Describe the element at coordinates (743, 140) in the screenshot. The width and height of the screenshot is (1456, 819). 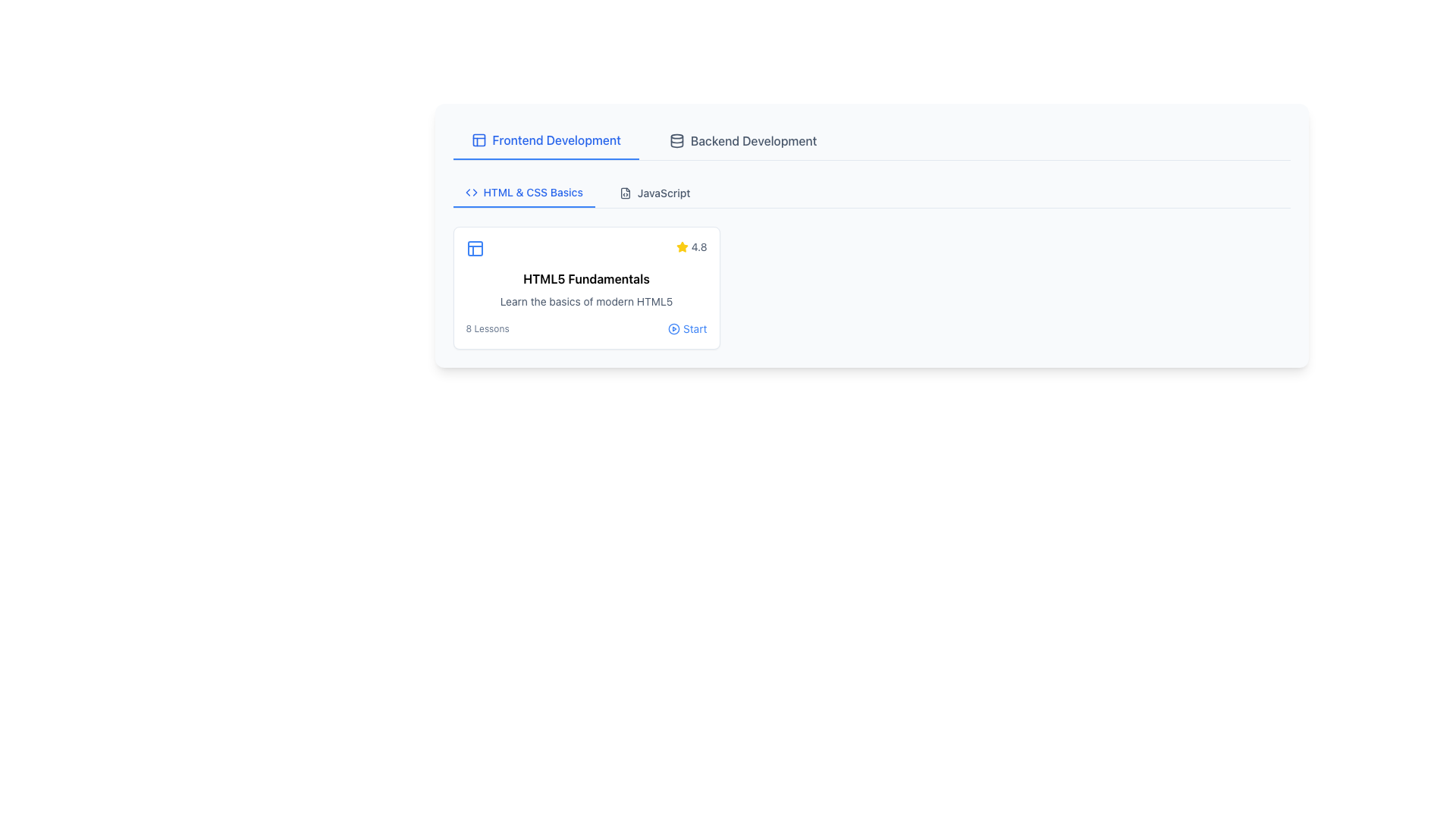
I see `the second clickable menu item in the horizontal menu layout` at that location.